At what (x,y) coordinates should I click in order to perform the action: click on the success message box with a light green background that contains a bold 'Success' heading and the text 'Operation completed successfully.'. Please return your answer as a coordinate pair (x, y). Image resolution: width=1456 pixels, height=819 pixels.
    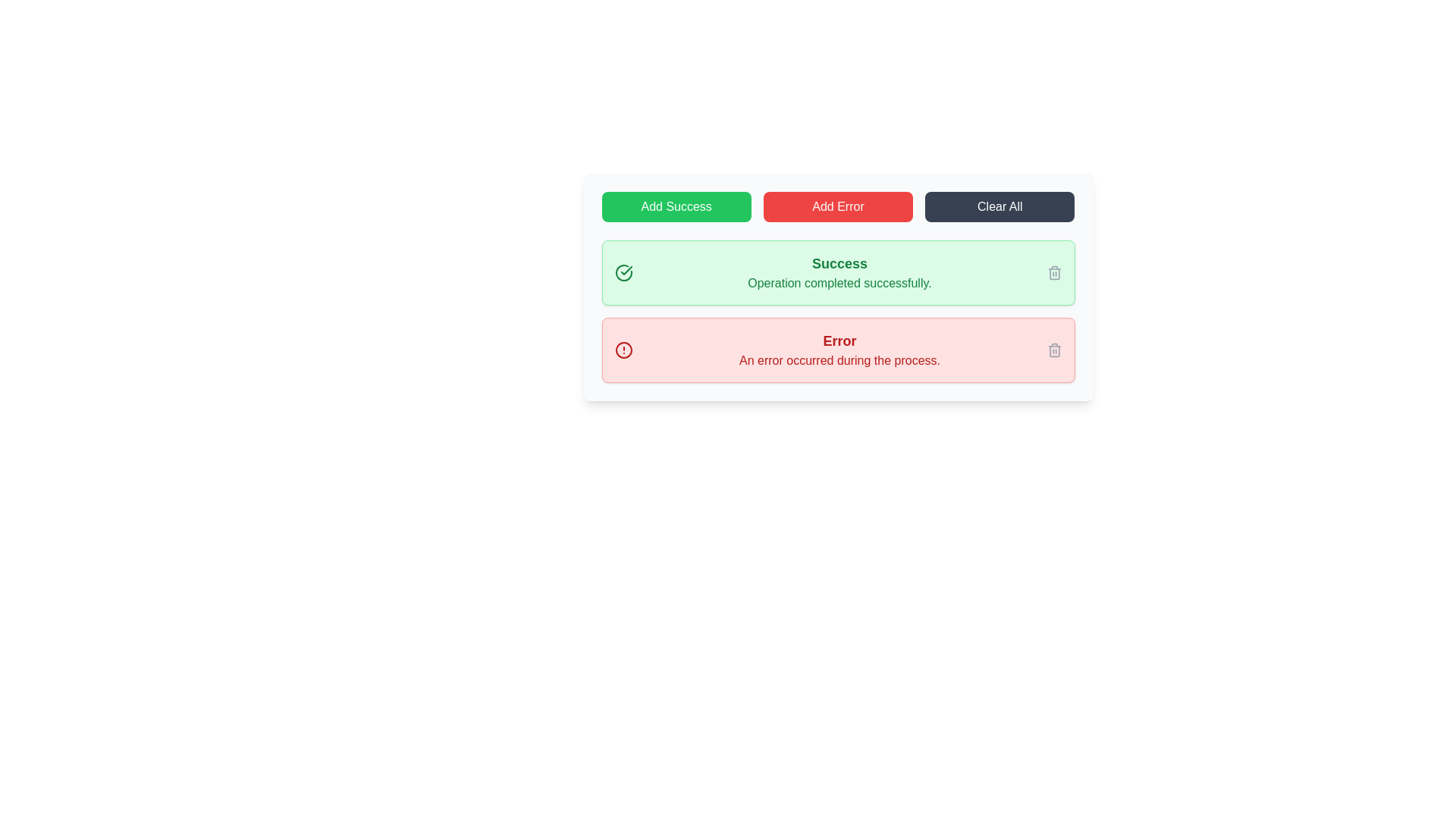
    Looking at the image, I should click on (837, 287).